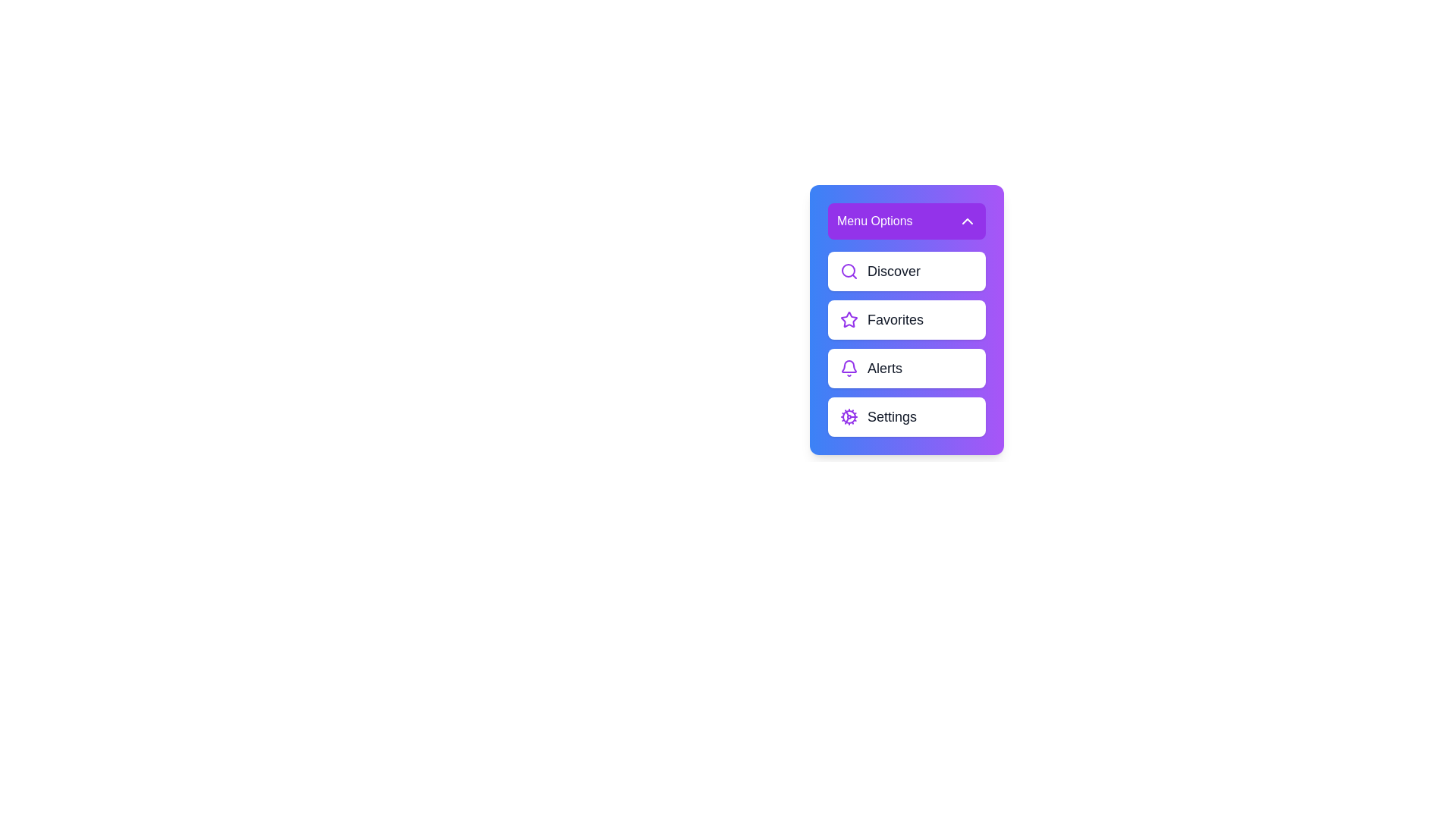  I want to click on the 'Discover' icon located to the left of the text 'Discover' in the menu list, so click(848, 271).